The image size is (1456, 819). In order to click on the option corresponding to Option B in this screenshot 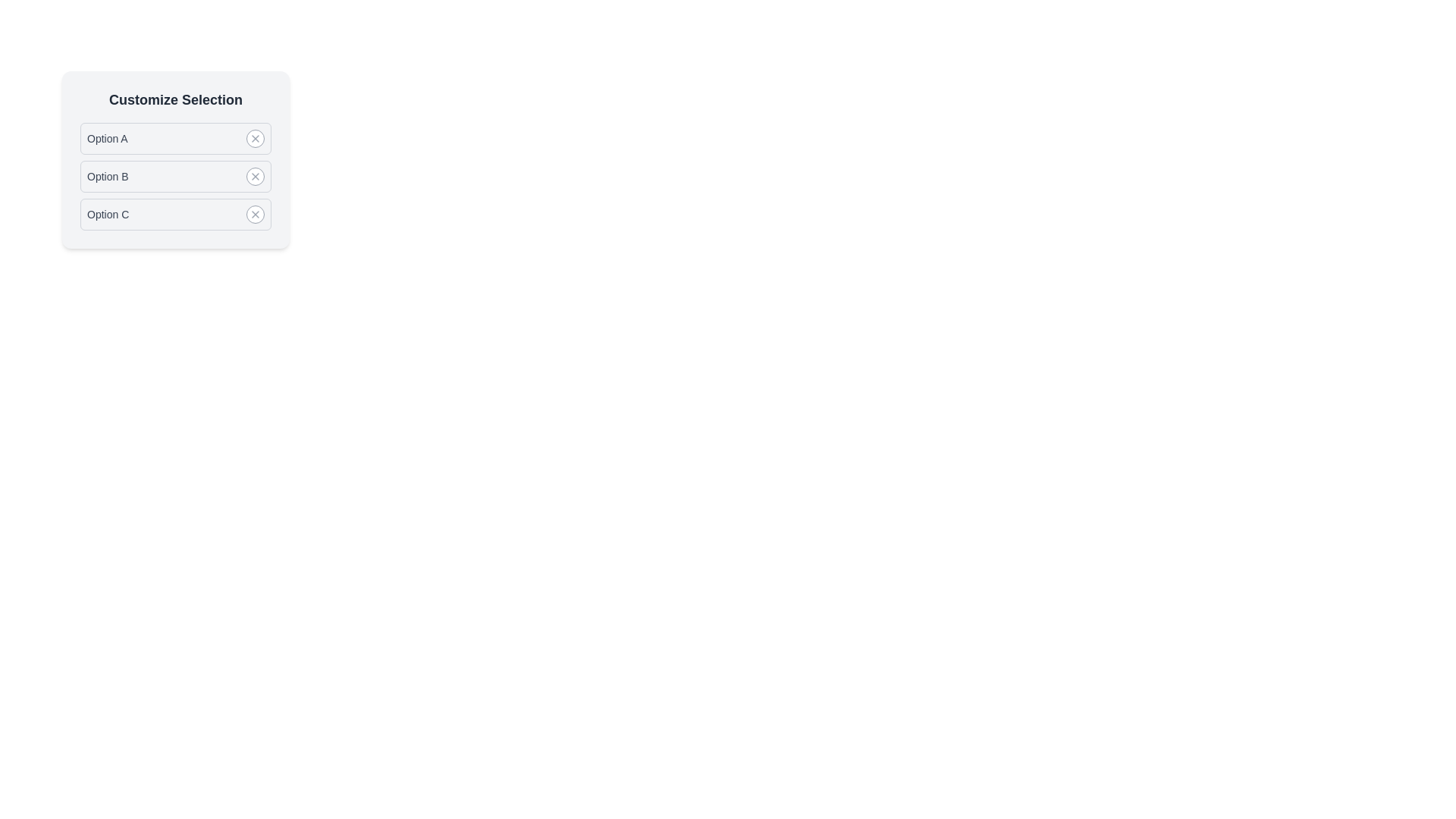, I will do `click(255, 175)`.